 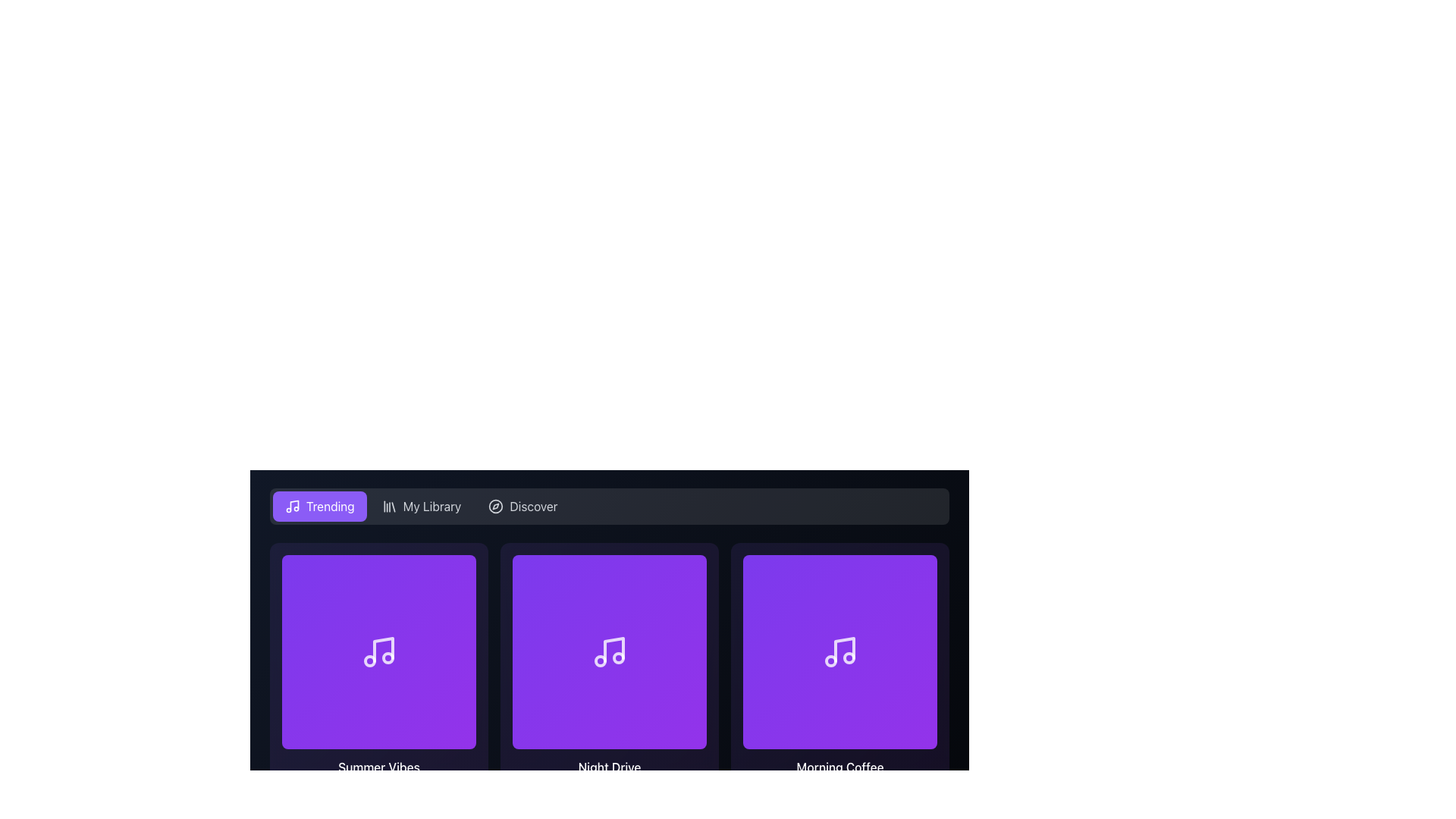 I want to click on the 'Discover' icon located in the horizontal navbar of the application, so click(x=496, y=506).